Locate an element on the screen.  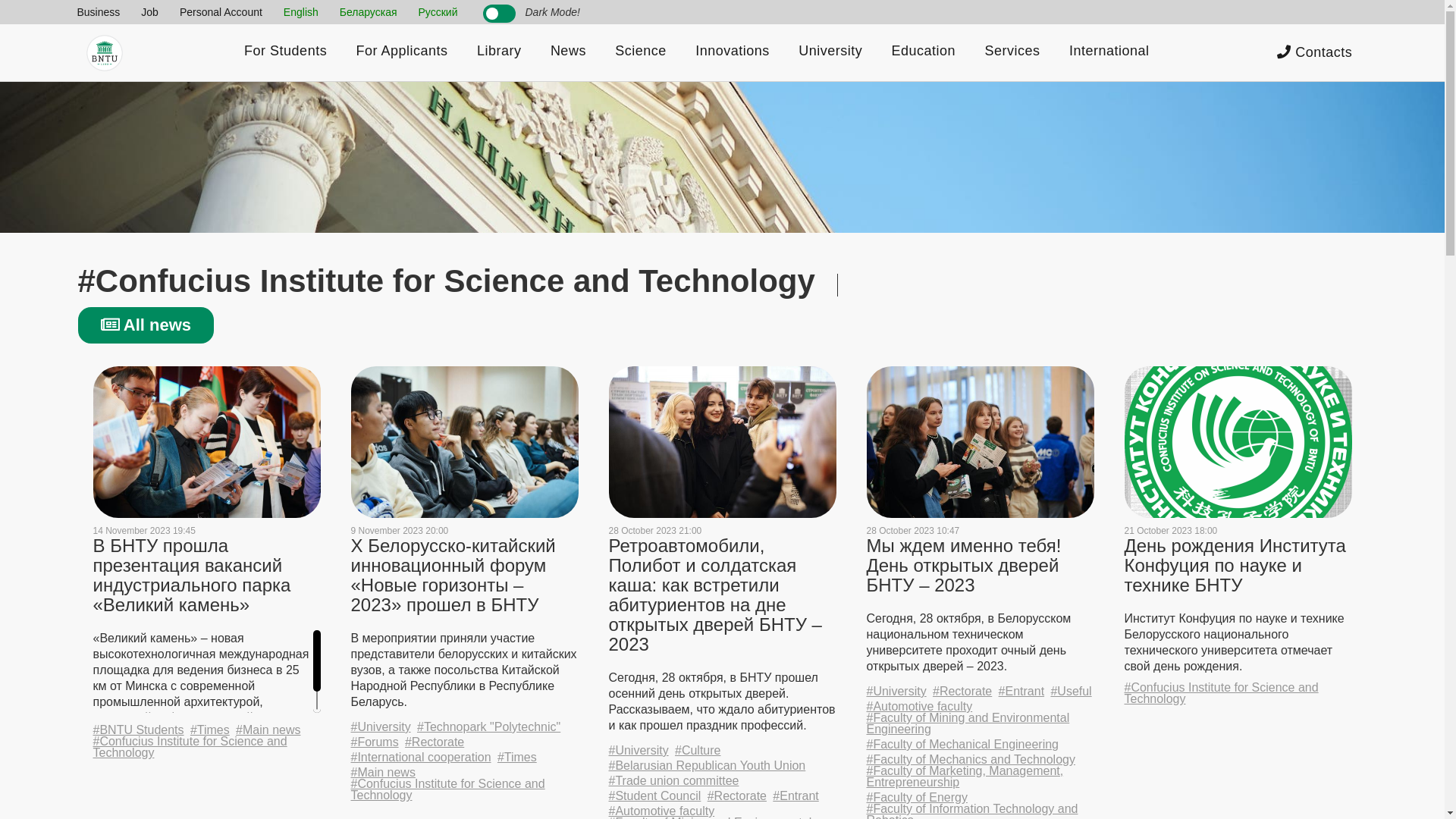
'#Faculty of Energy' is located at coordinates (915, 796).